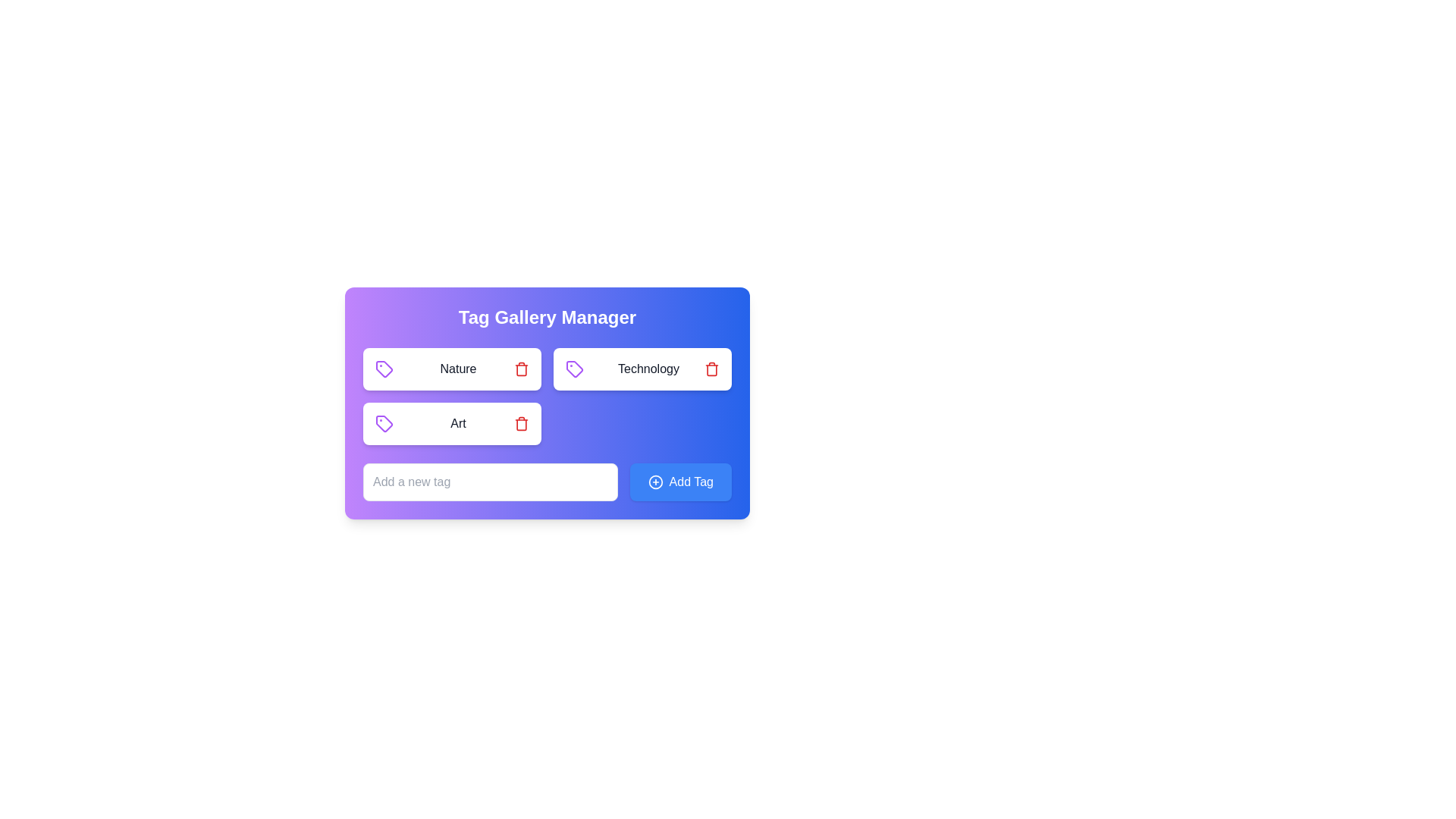 This screenshot has width=1456, height=819. Describe the element at coordinates (655, 482) in the screenshot. I see `the icon representing the ability` at that location.